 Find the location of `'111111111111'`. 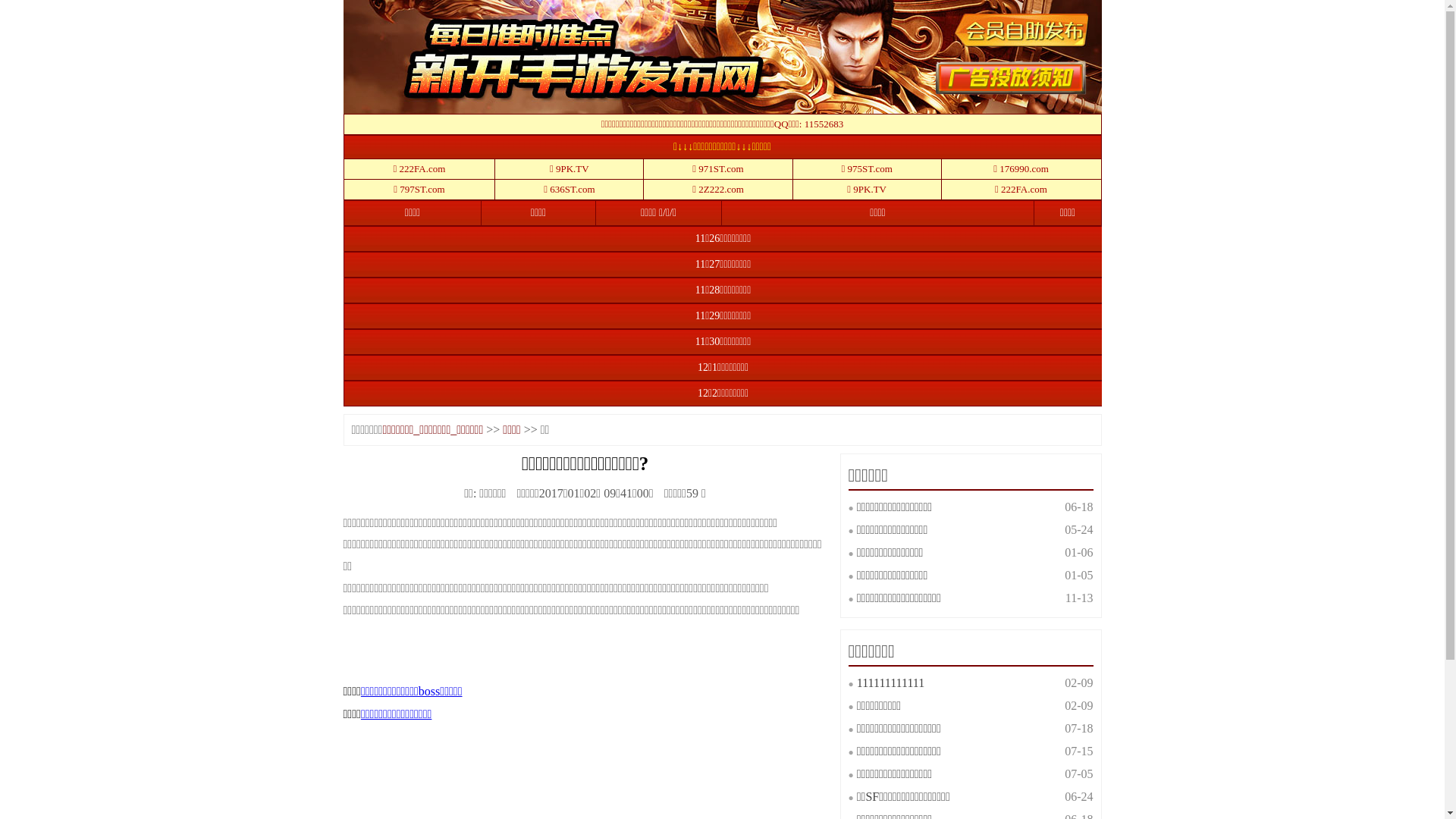

'111111111111' is located at coordinates (856, 682).